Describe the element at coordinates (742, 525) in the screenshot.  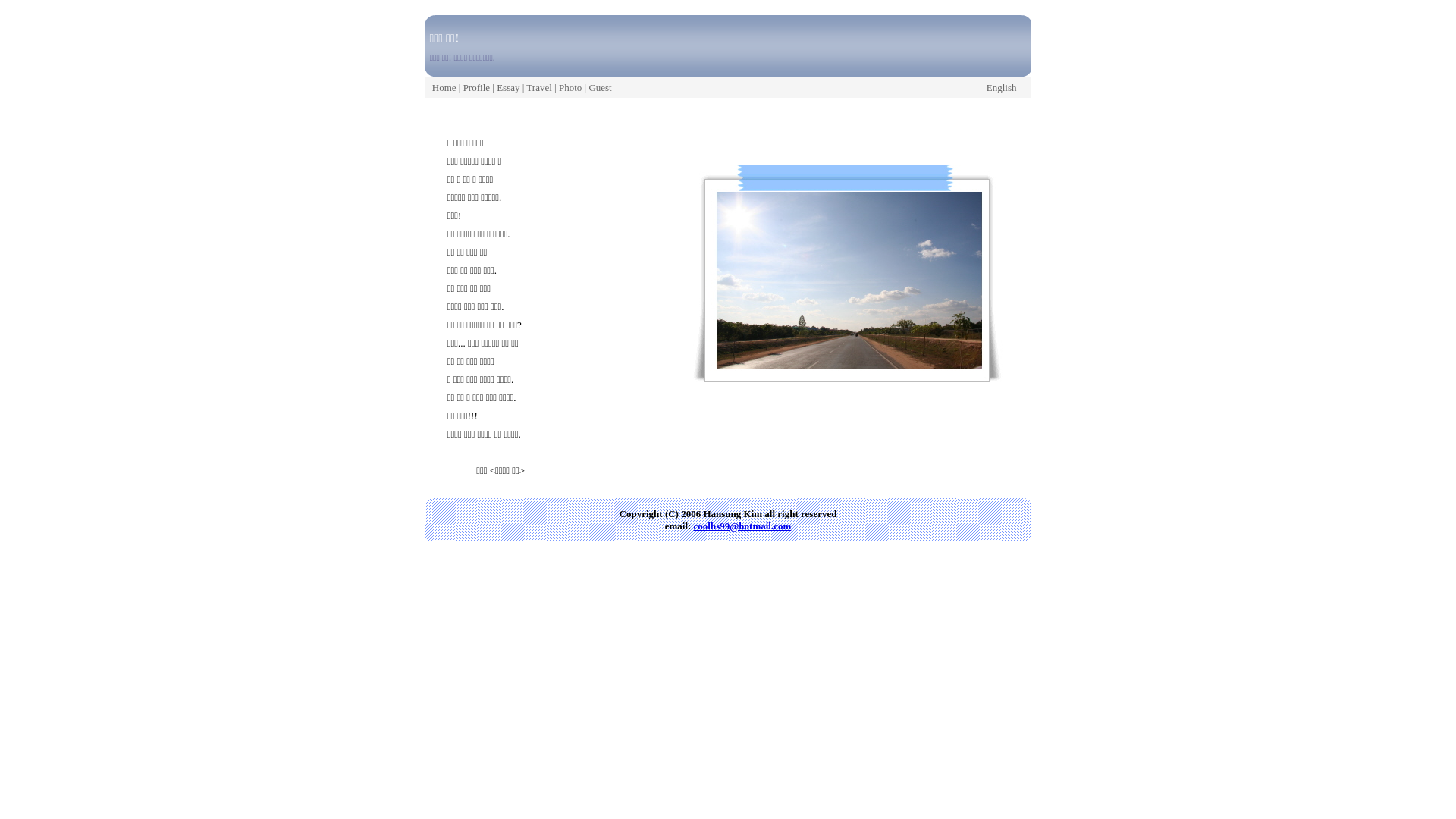
I see `'coolhs99@hotmail.com'` at that location.